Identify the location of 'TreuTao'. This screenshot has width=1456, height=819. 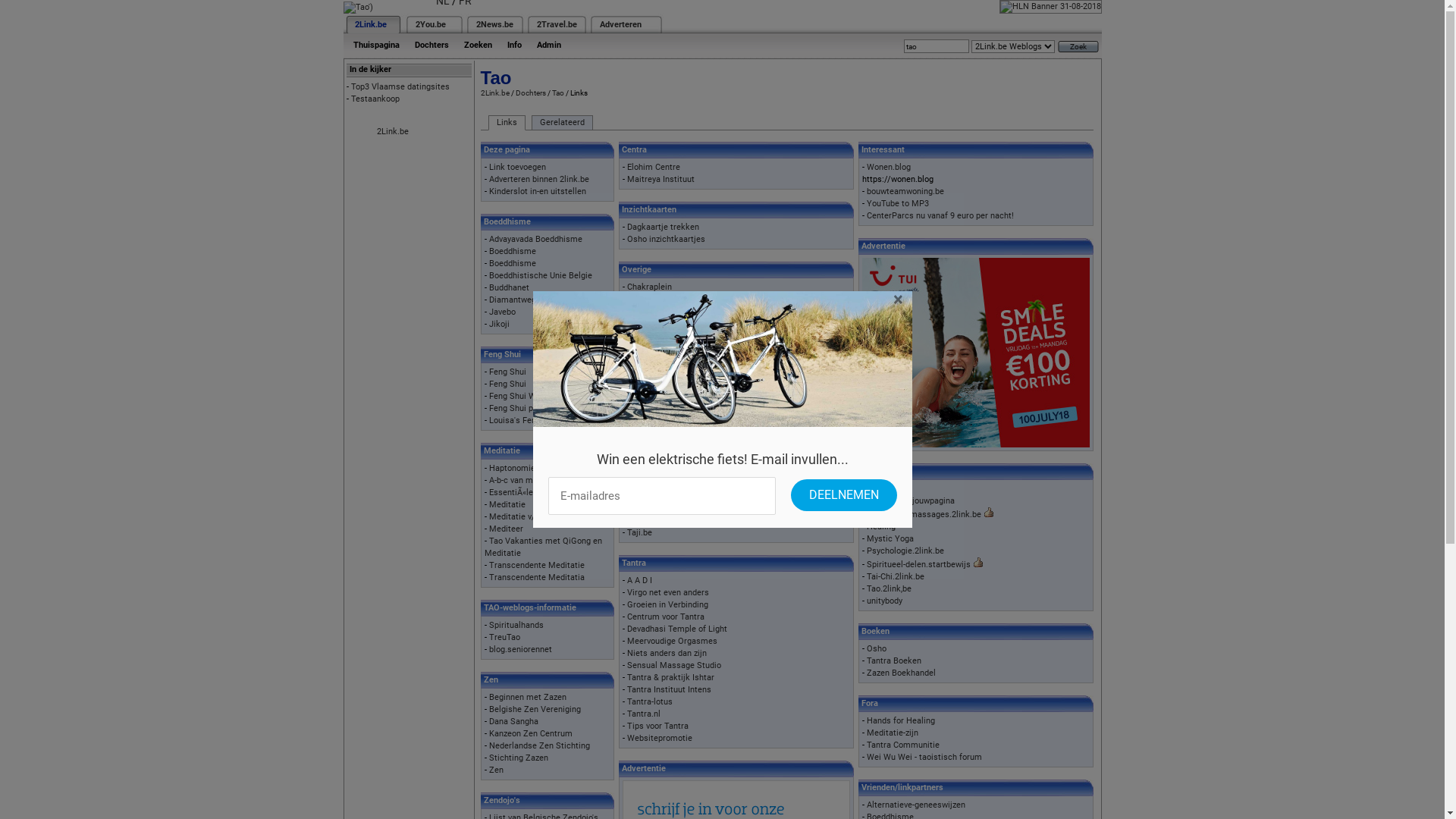
(504, 637).